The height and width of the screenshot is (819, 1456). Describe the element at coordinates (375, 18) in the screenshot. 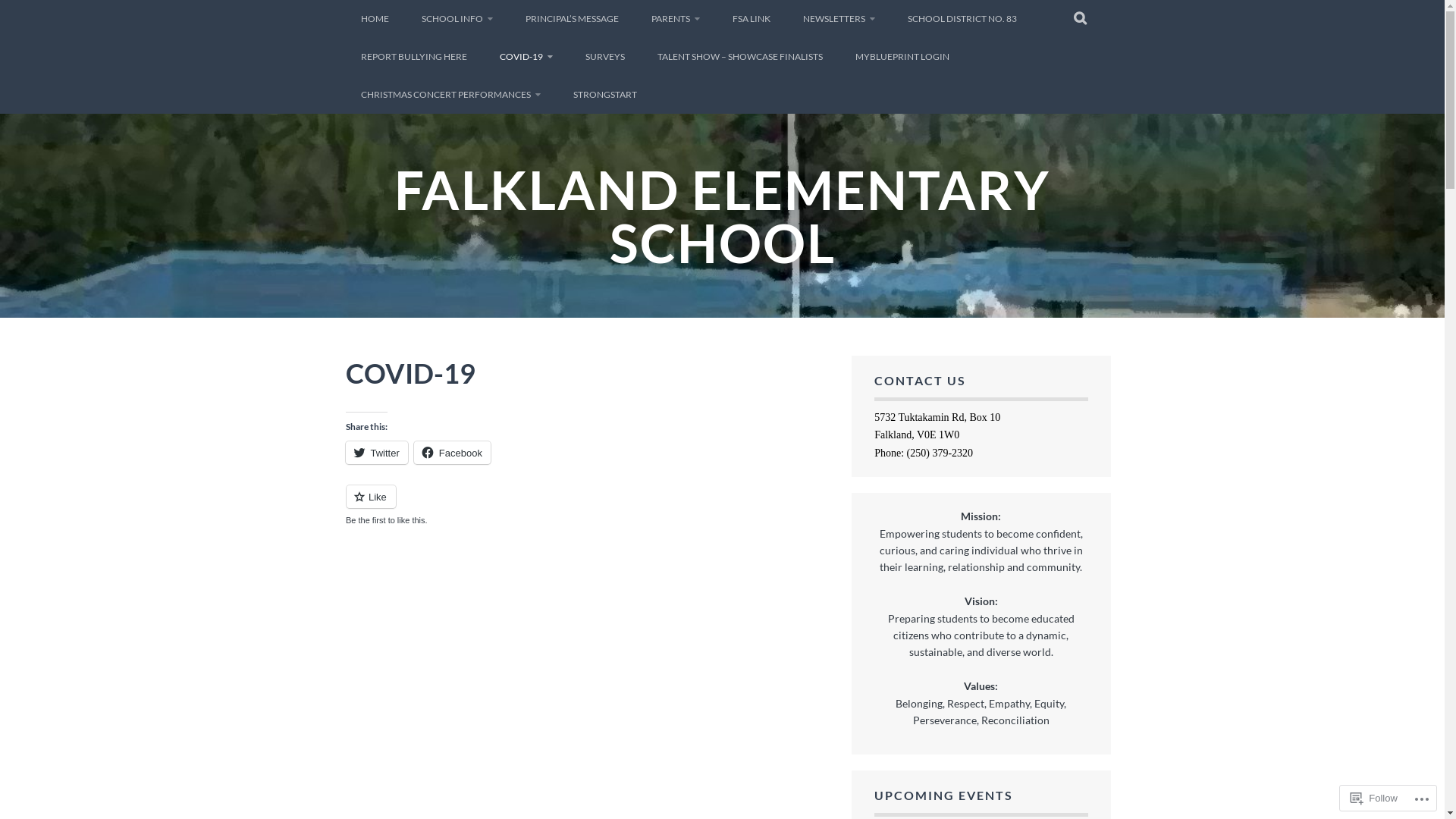

I see `'HOME'` at that location.